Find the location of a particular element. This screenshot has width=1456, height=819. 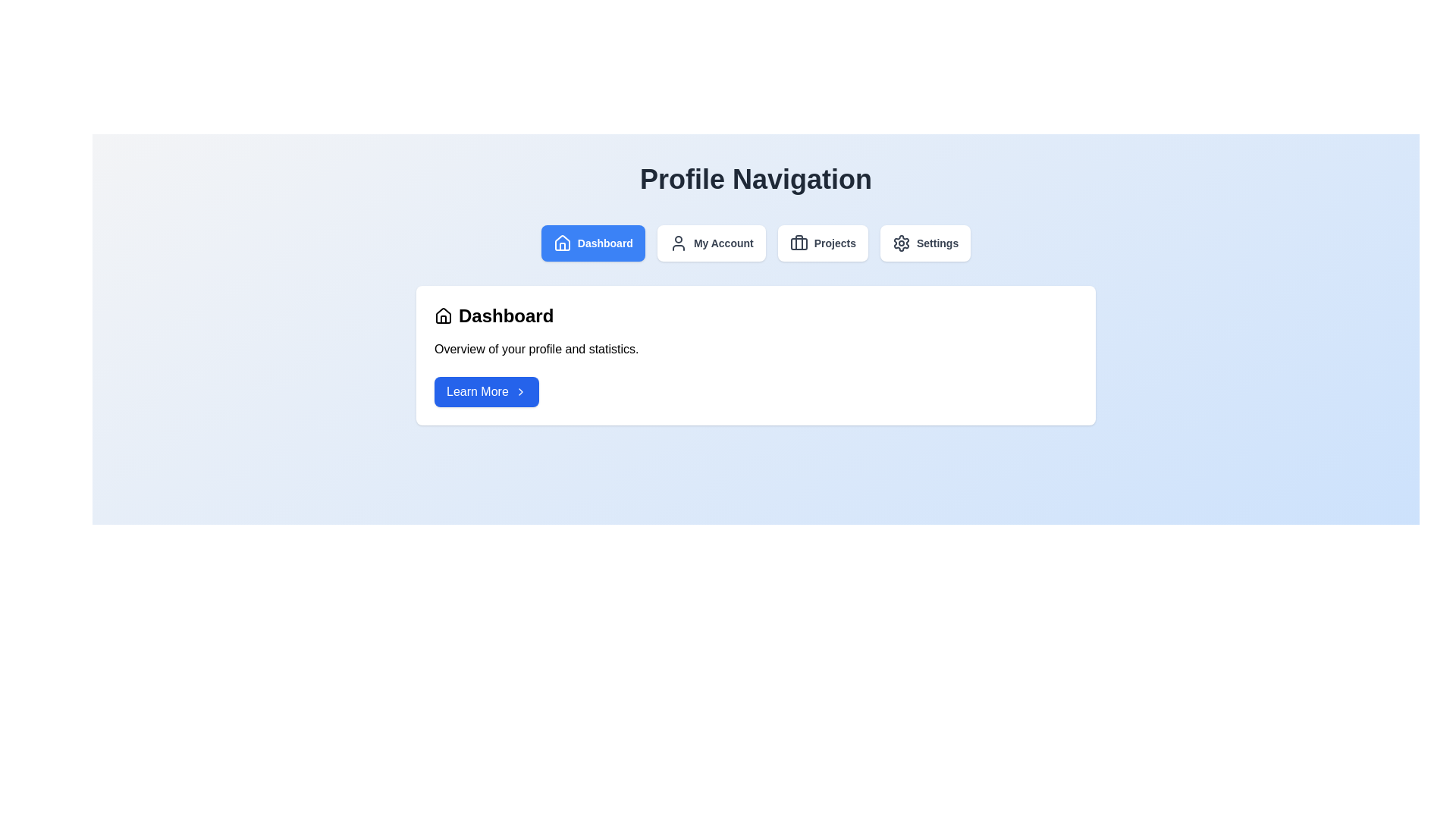

the Dashboard label which consists of a house icon and bold text 'Dashboard' located in the top-left section of a white rectangular card is located at coordinates (494, 315).